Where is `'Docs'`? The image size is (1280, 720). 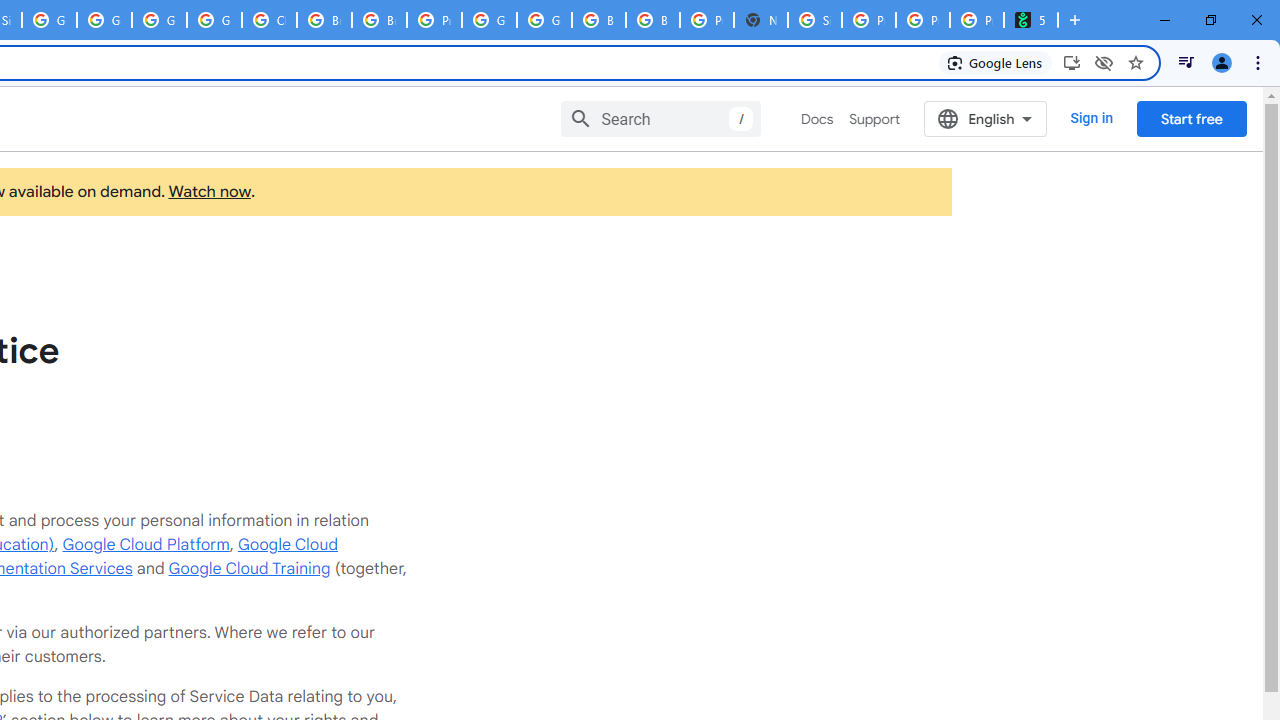 'Docs' is located at coordinates (817, 119).